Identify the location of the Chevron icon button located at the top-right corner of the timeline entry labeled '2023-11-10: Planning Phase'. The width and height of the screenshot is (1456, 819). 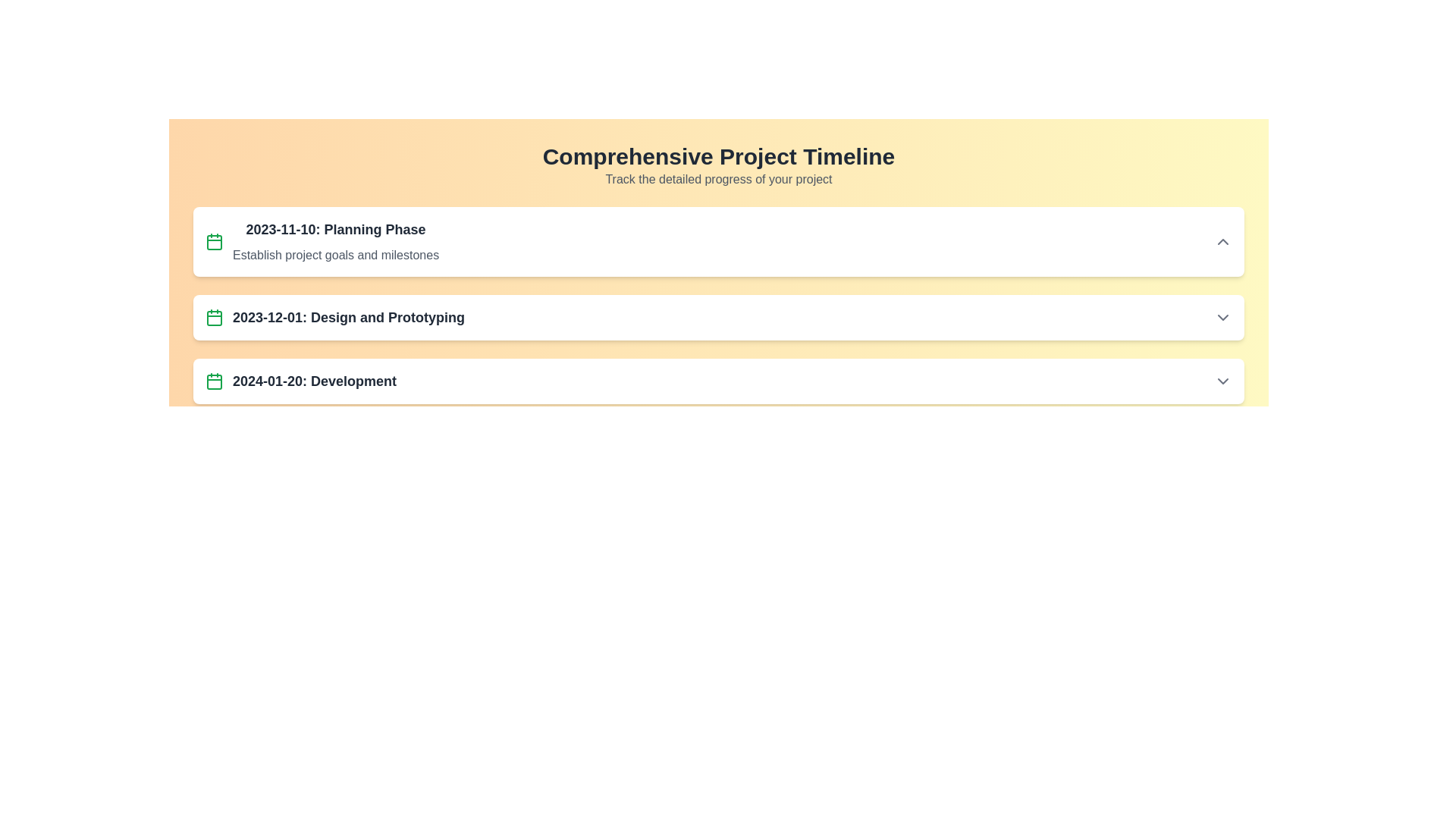
(1222, 241).